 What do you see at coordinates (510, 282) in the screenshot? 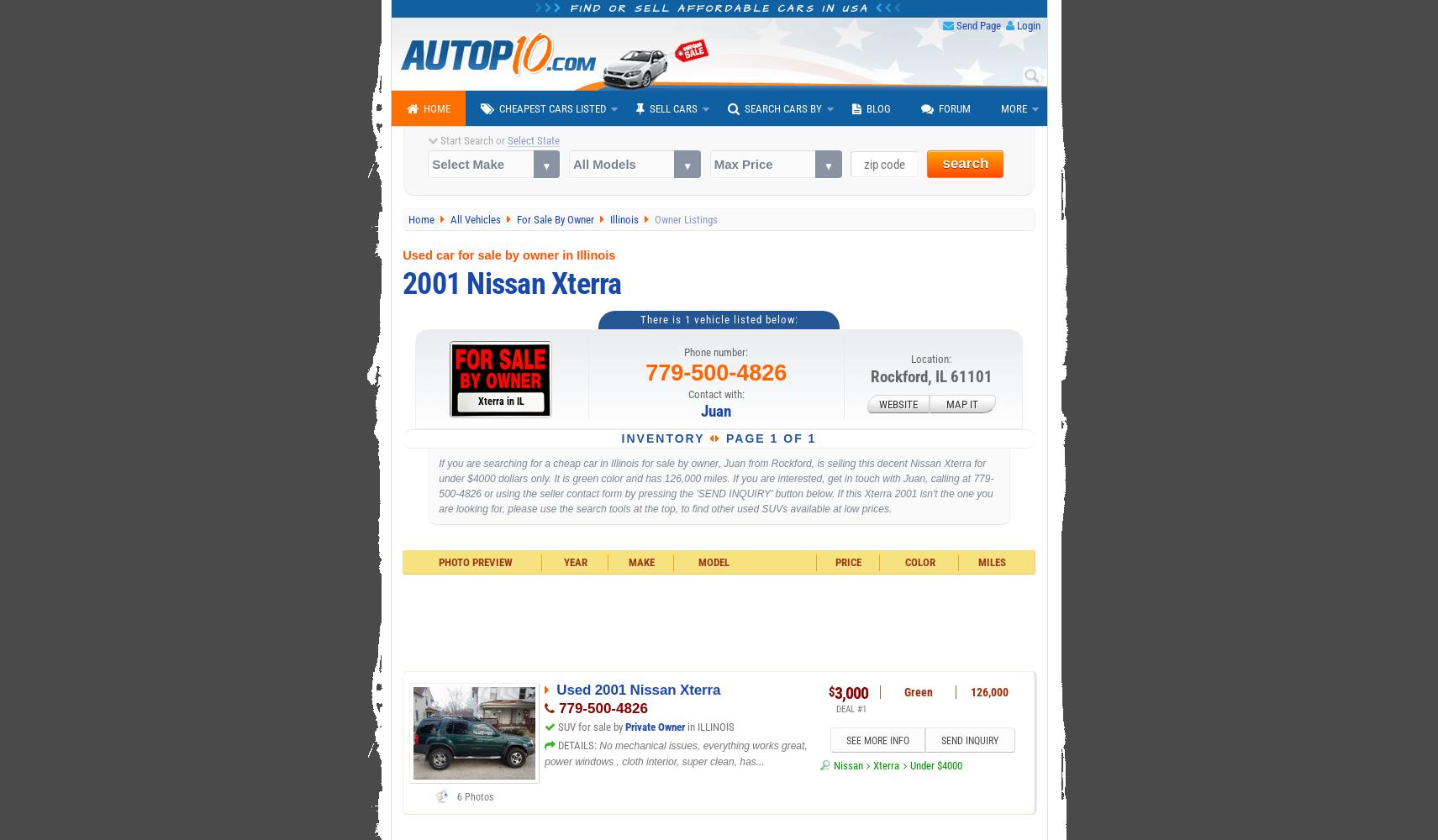
I see `'2001 Nissan Xterra'` at bounding box center [510, 282].